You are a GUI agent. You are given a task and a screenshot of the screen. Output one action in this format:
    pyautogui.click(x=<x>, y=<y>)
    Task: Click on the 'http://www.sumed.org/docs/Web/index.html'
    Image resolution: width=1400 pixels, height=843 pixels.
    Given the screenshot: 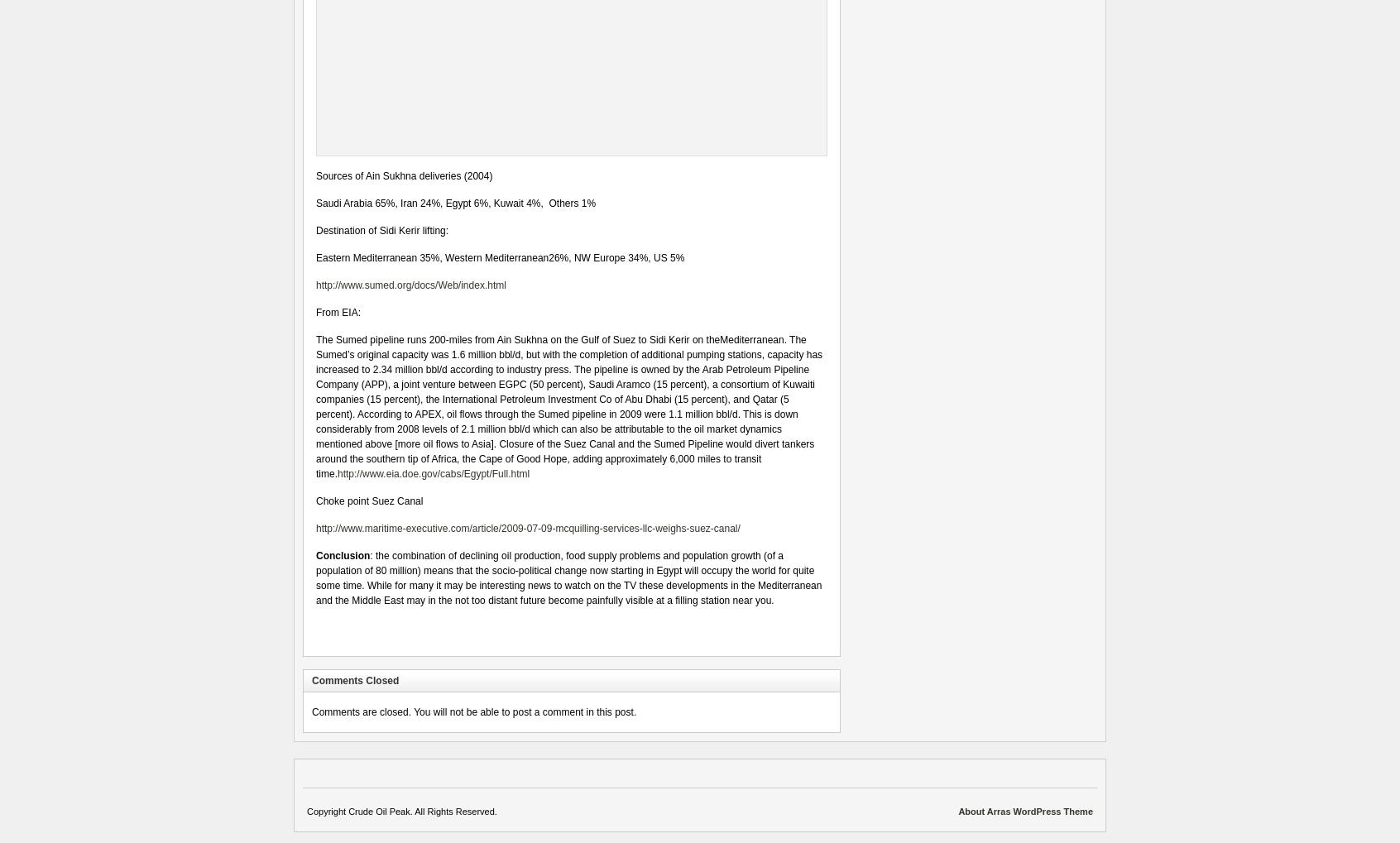 What is the action you would take?
    pyautogui.click(x=410, y=285)
    